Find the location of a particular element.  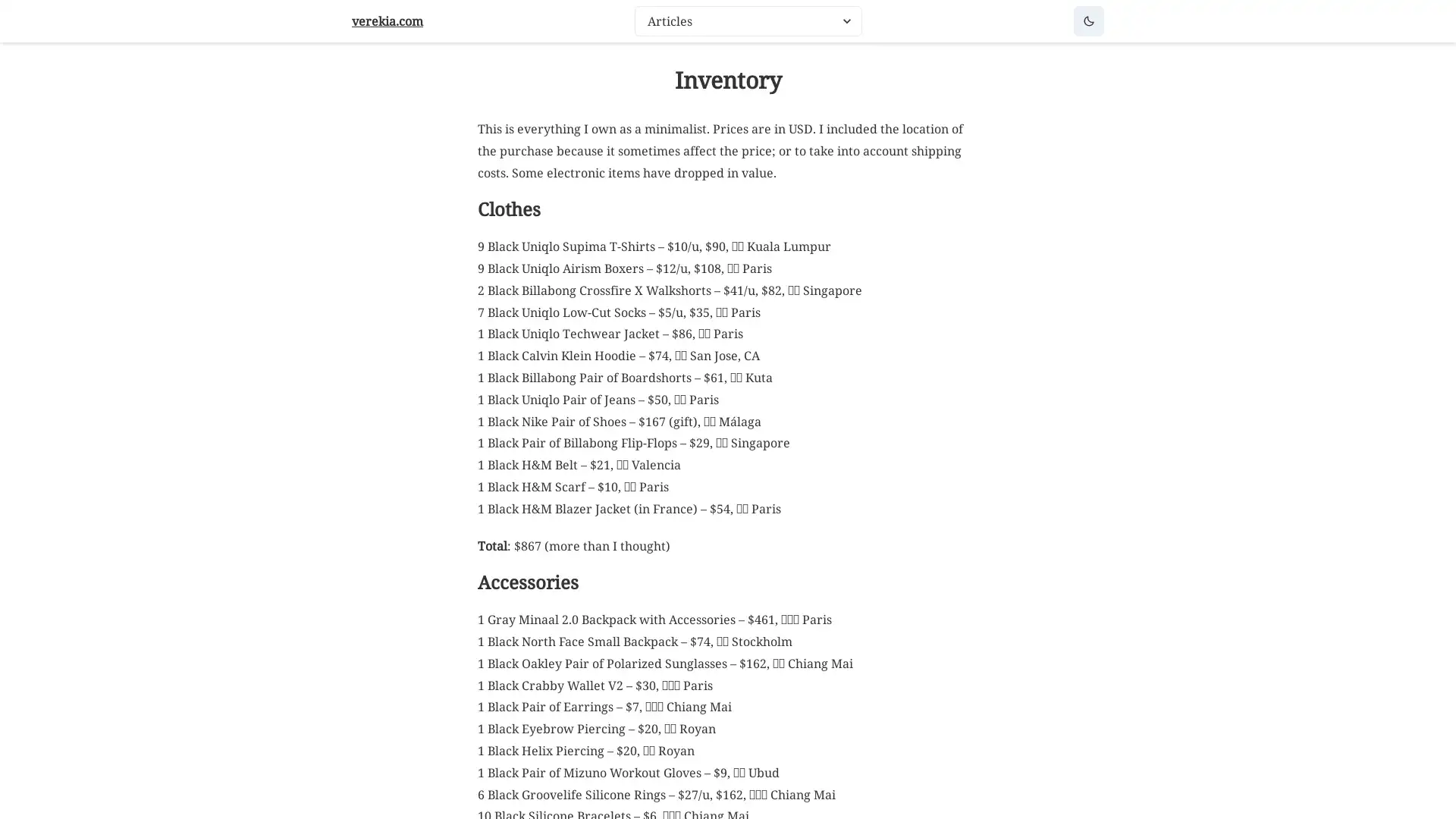

Dark mode is located at coordinates (1087, 20).